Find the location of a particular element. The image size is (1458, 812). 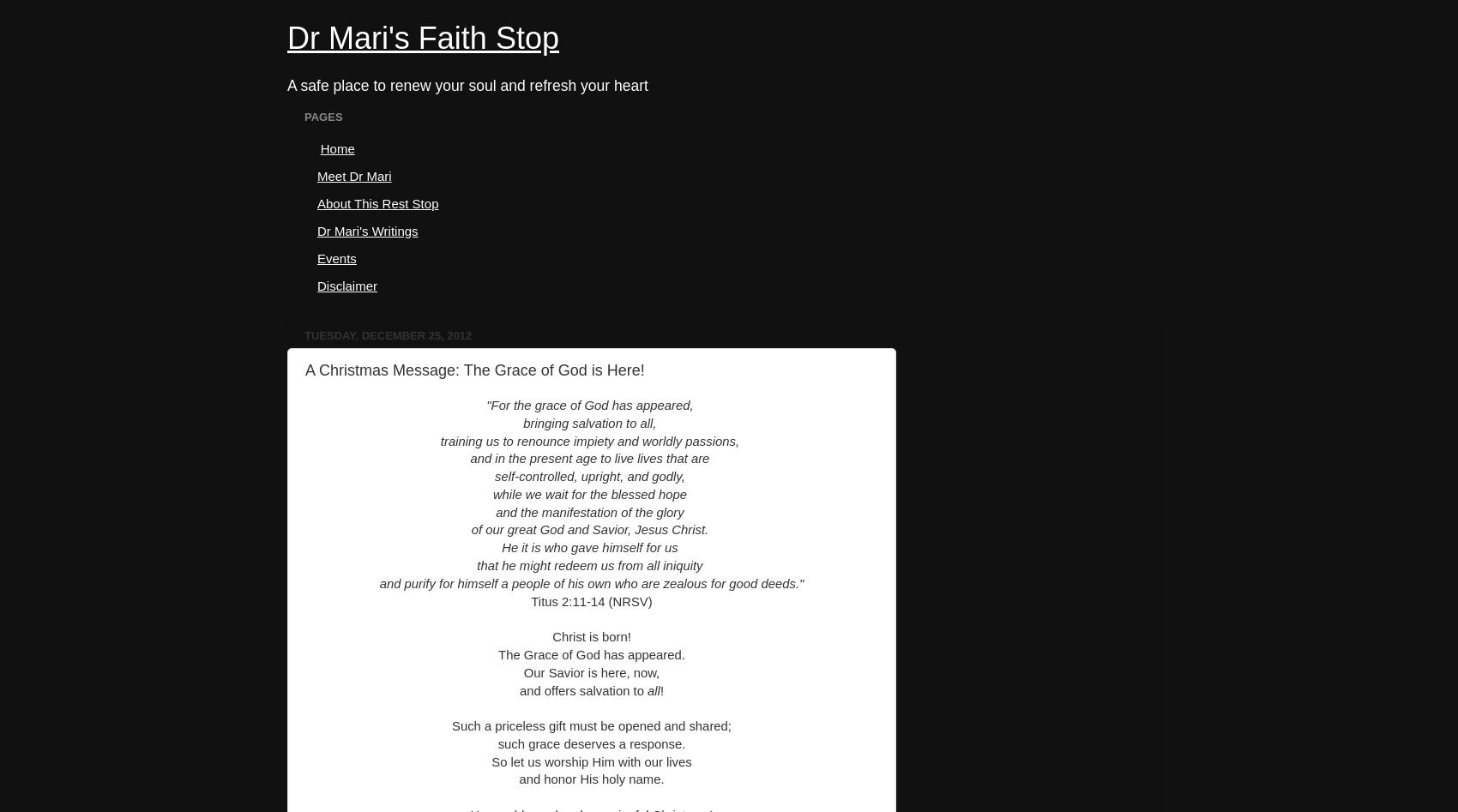

'Titus 2:11-14 (NRSV)' is located at coordinates (591, 599).